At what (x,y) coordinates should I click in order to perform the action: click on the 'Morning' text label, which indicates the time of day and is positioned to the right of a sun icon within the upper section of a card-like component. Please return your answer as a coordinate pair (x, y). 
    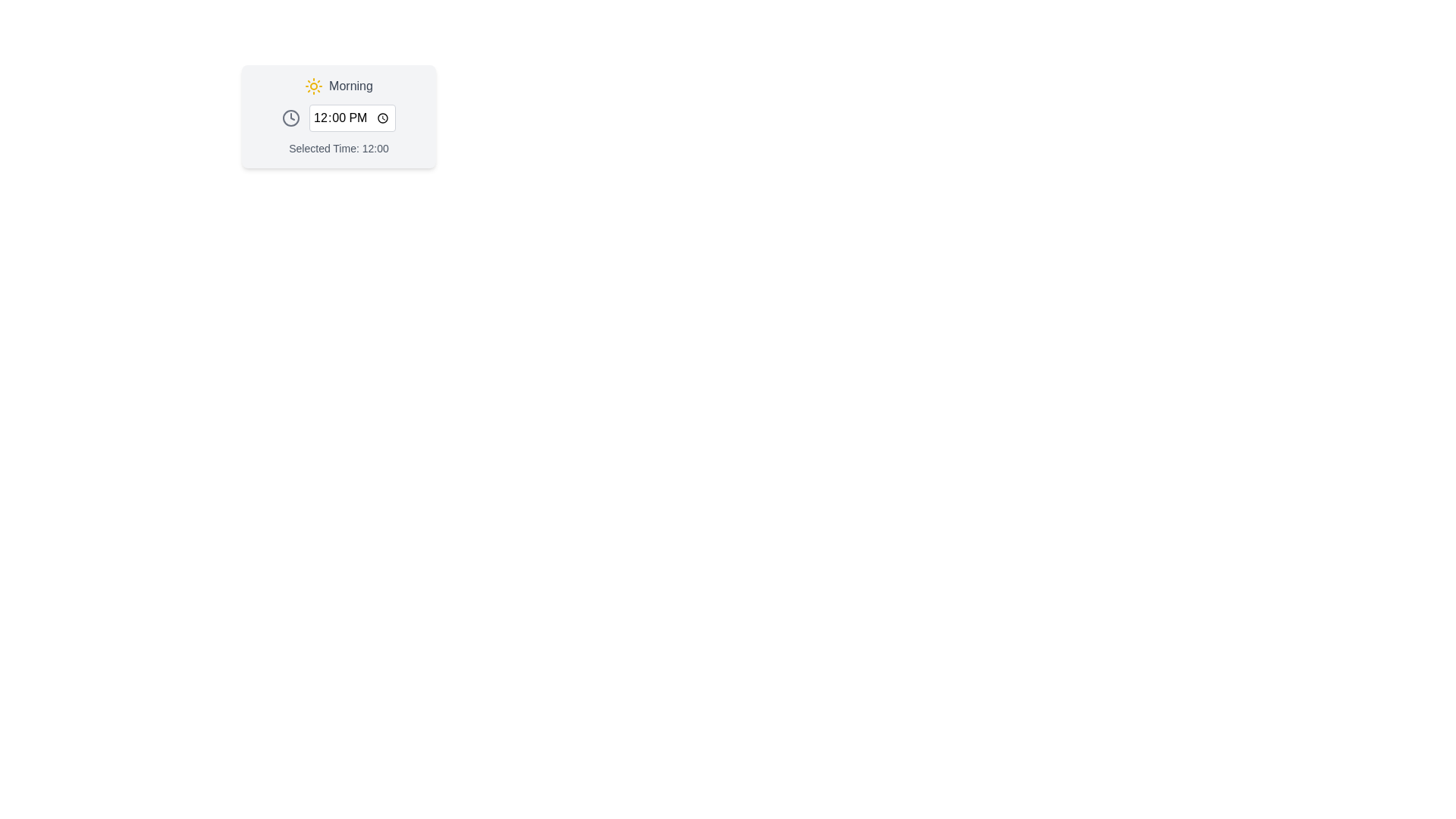
    Looking at the image, I should click on (350, 86).